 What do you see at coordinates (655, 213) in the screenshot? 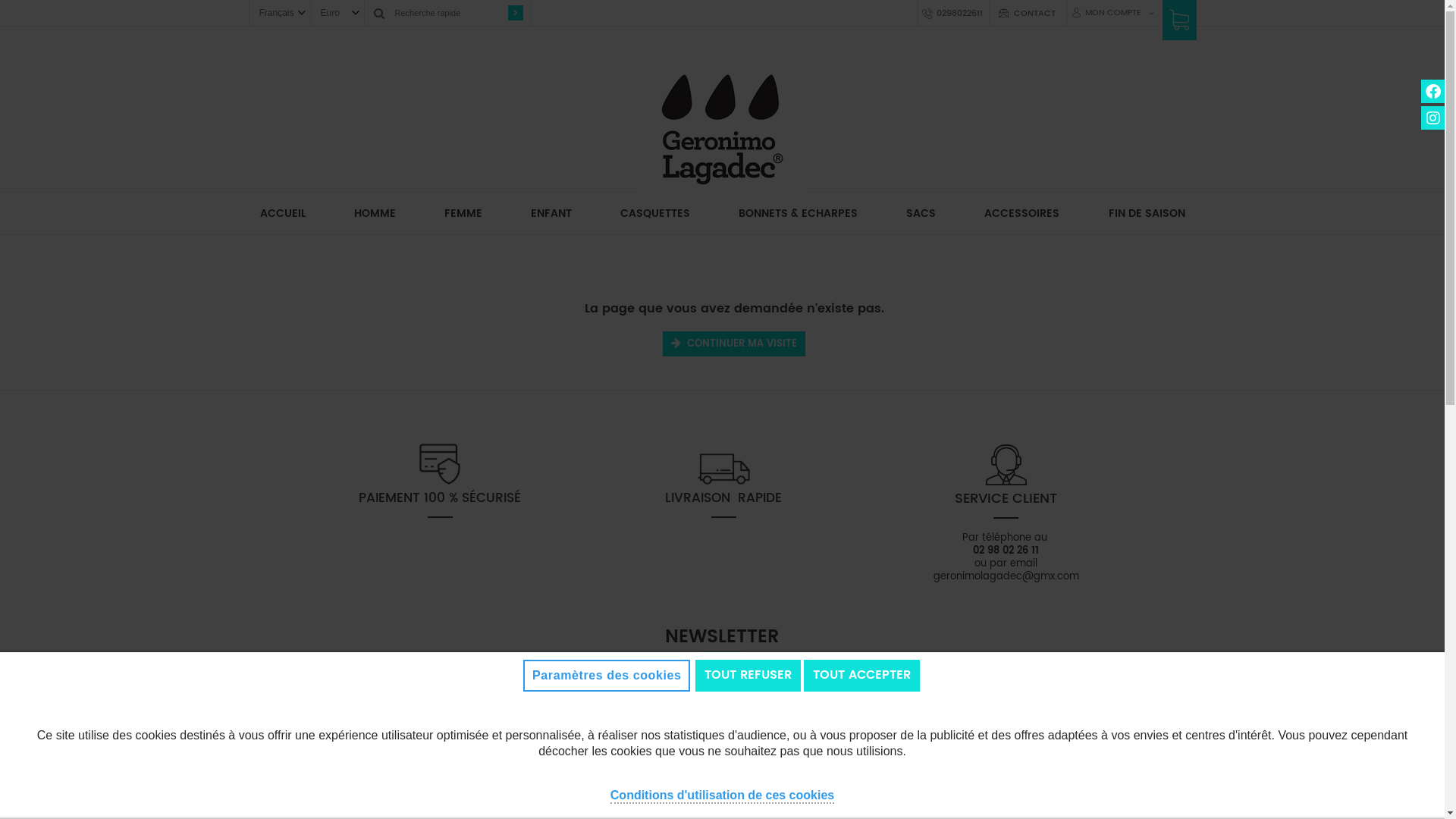
I see `'CASQUETTES'` at bounding box center [655, 213].